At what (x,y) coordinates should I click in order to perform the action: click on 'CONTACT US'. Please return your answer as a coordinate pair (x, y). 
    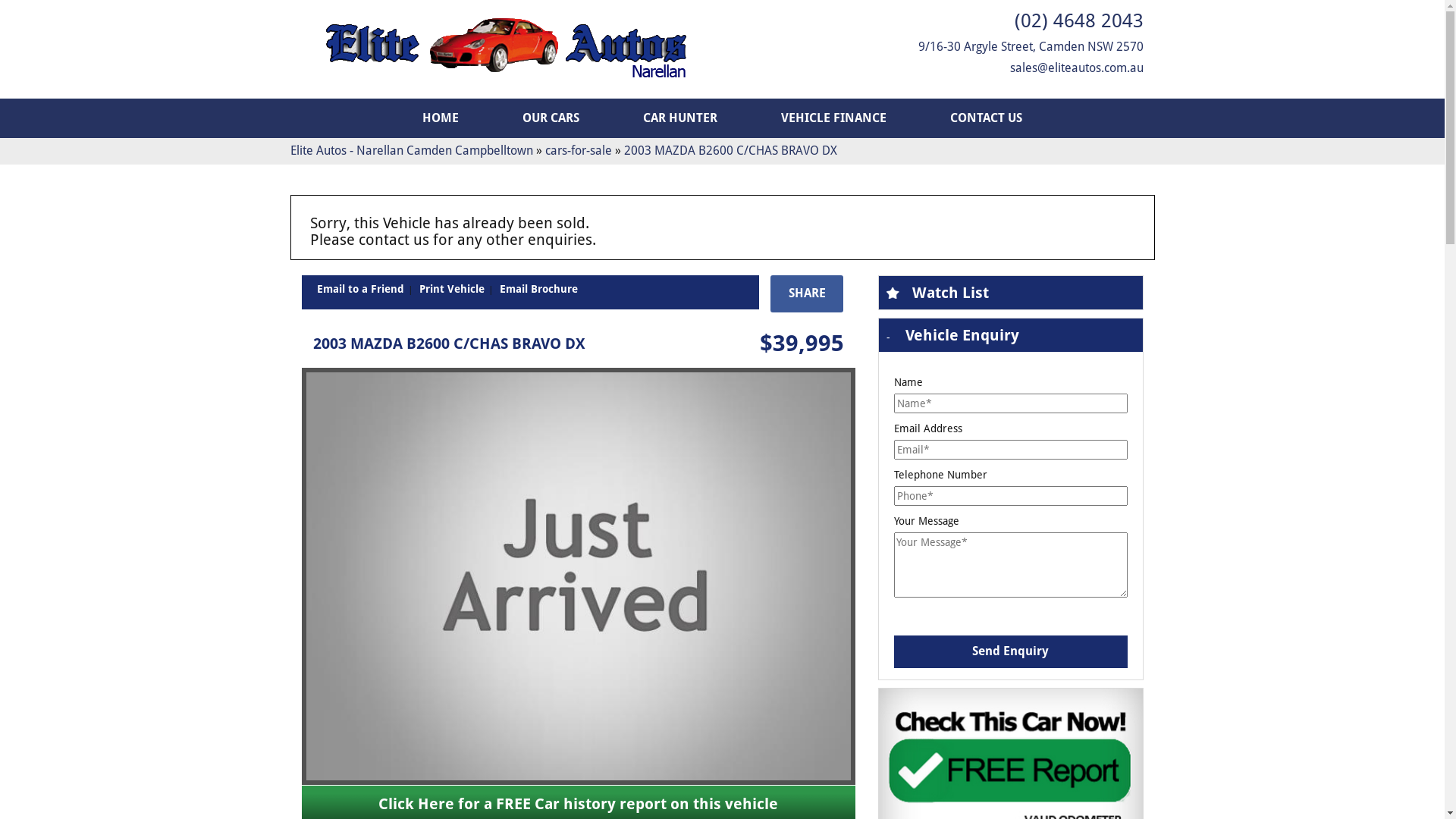
    Looking at the image, I should click on (986, 117).